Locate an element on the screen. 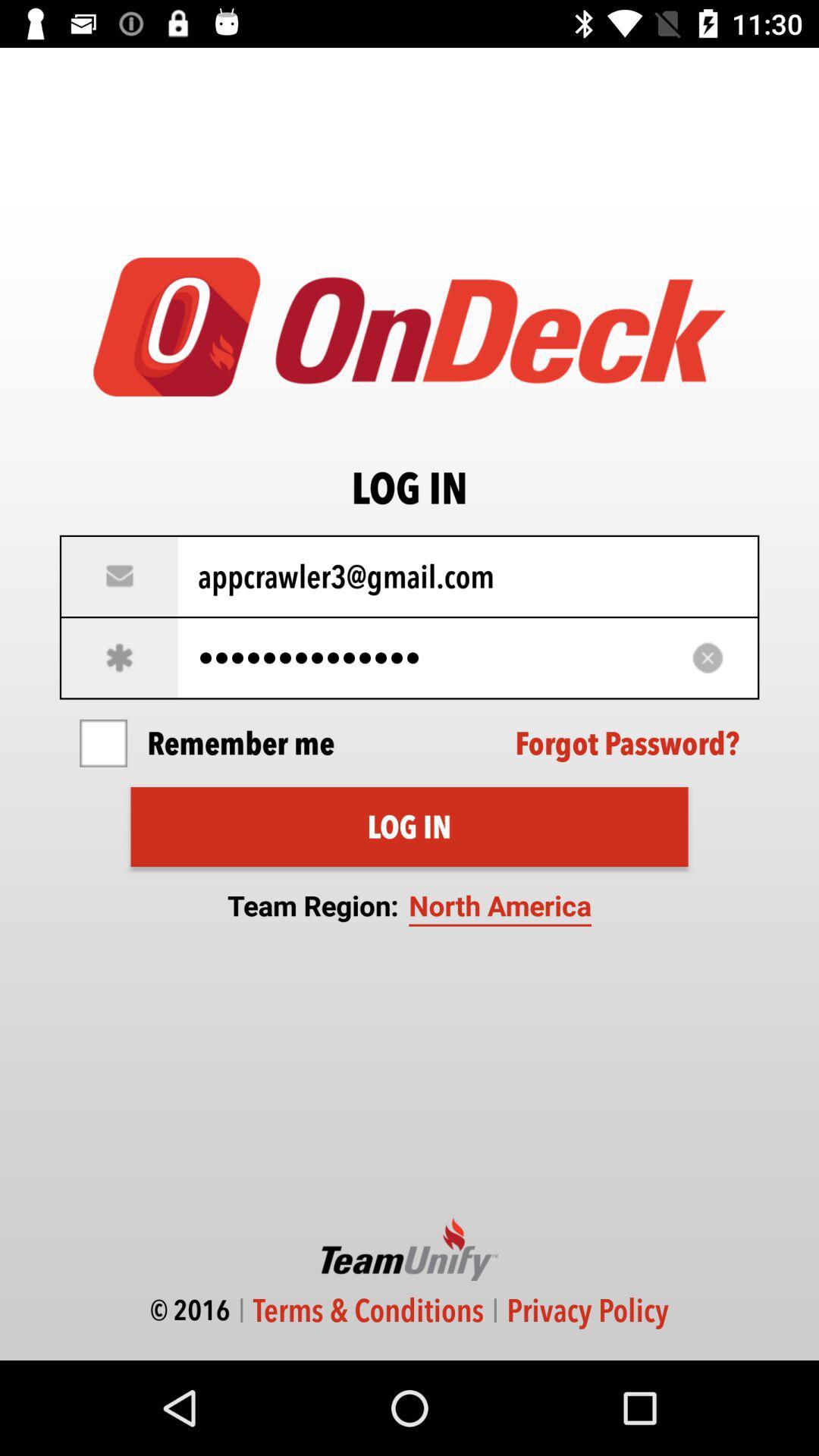 Image resolution: width=819 pixels, height=1456 pixels. privacy policy is located at coordinates (587, 1310).